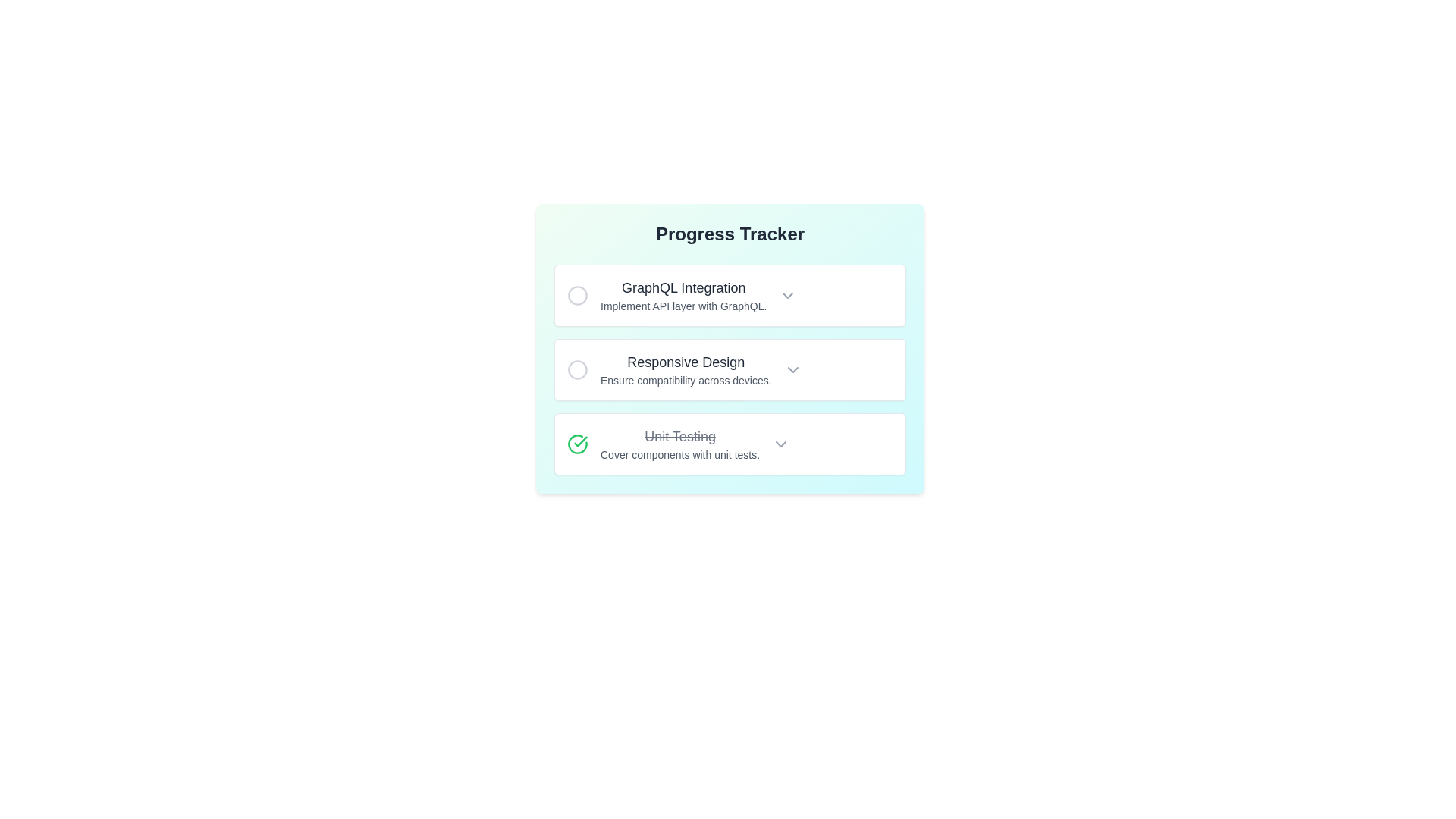 The image size is (1456, 819). I want to click on the text label displaying 'GraphQL Integration', which is the topmost item in a vertical list of progress steps, so click(682, 288).